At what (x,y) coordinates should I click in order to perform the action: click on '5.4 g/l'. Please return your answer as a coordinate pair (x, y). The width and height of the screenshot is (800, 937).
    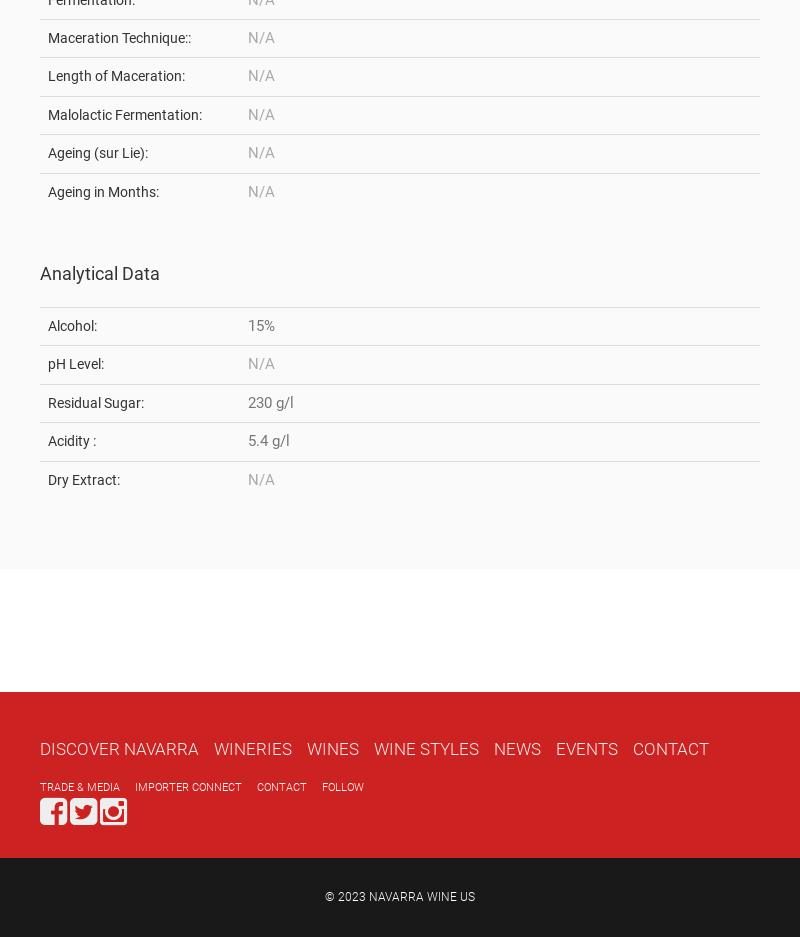
    Looking at the image, I should click on (268, 440).